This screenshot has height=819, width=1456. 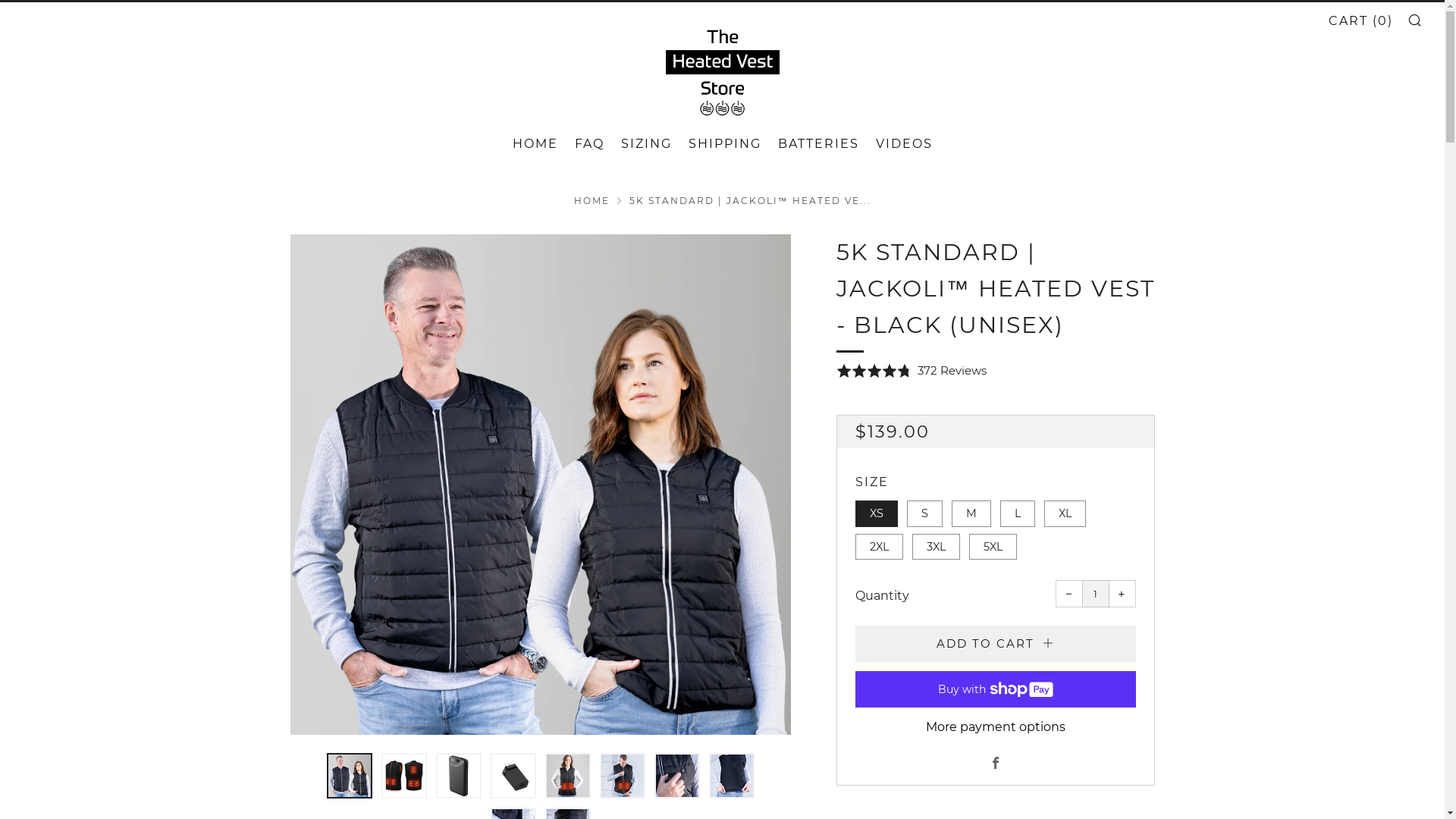 I want to click on 'BATTERIES', so click(x=778, y=143).